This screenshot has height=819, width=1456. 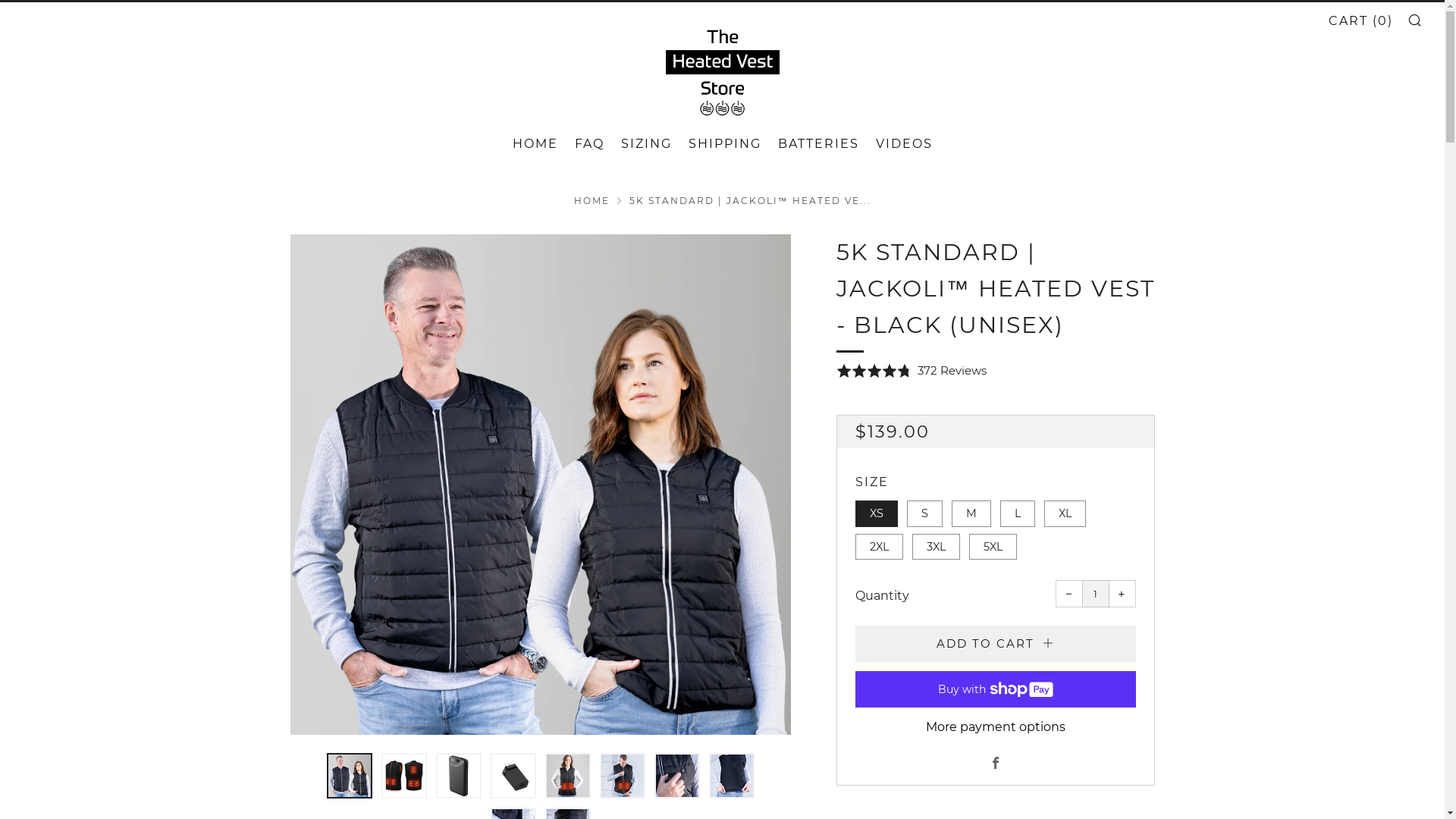 I want to click on 'BATTERIES', so click(x=778, y=143).